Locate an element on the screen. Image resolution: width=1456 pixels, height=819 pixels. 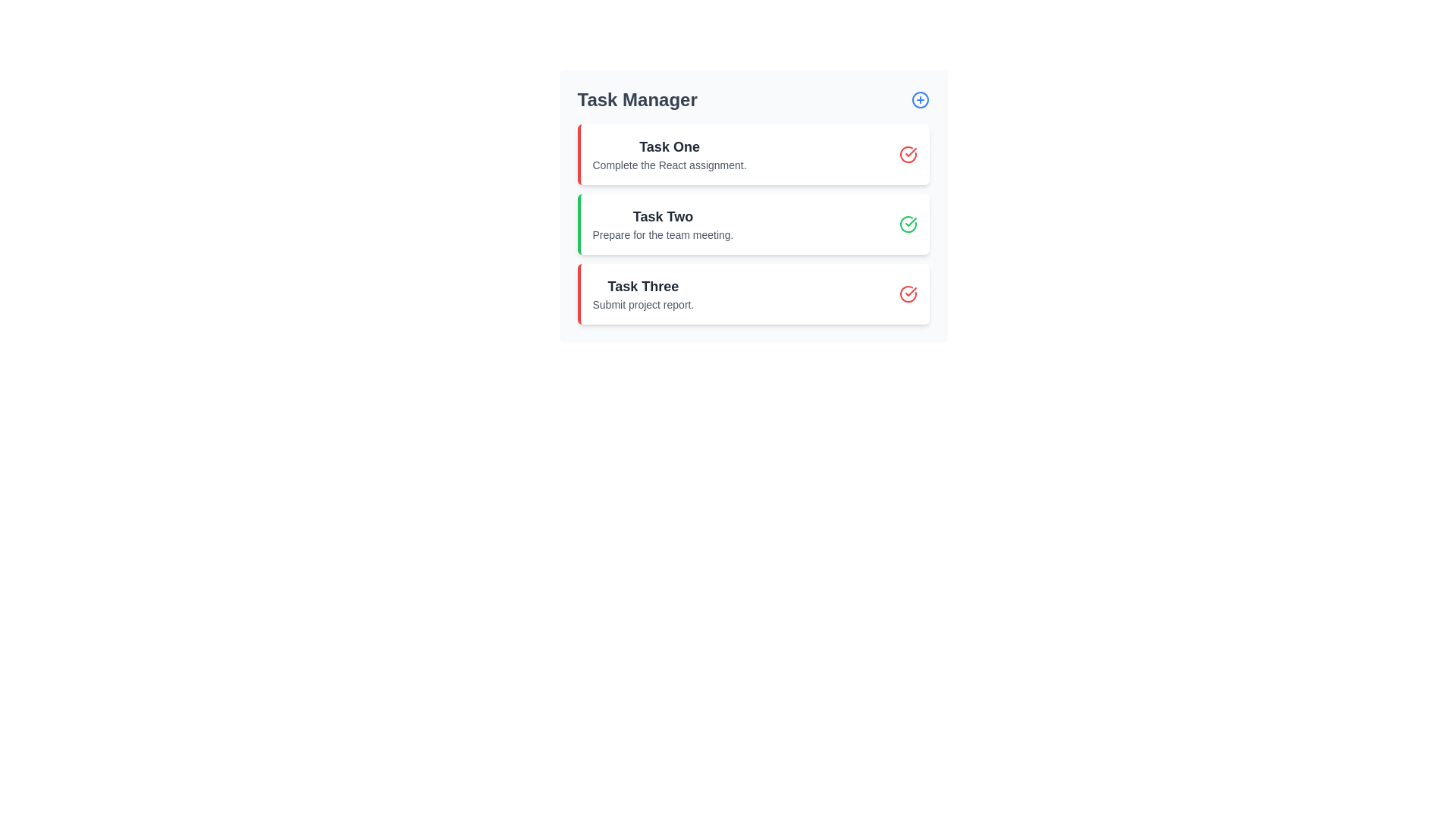
text label displaying 'Task Two', which is styled in a large, bold font and dark gray color, positioned above the description 'Prepare for the team meeting.' in the second task card is located at coordinates (663, 216).